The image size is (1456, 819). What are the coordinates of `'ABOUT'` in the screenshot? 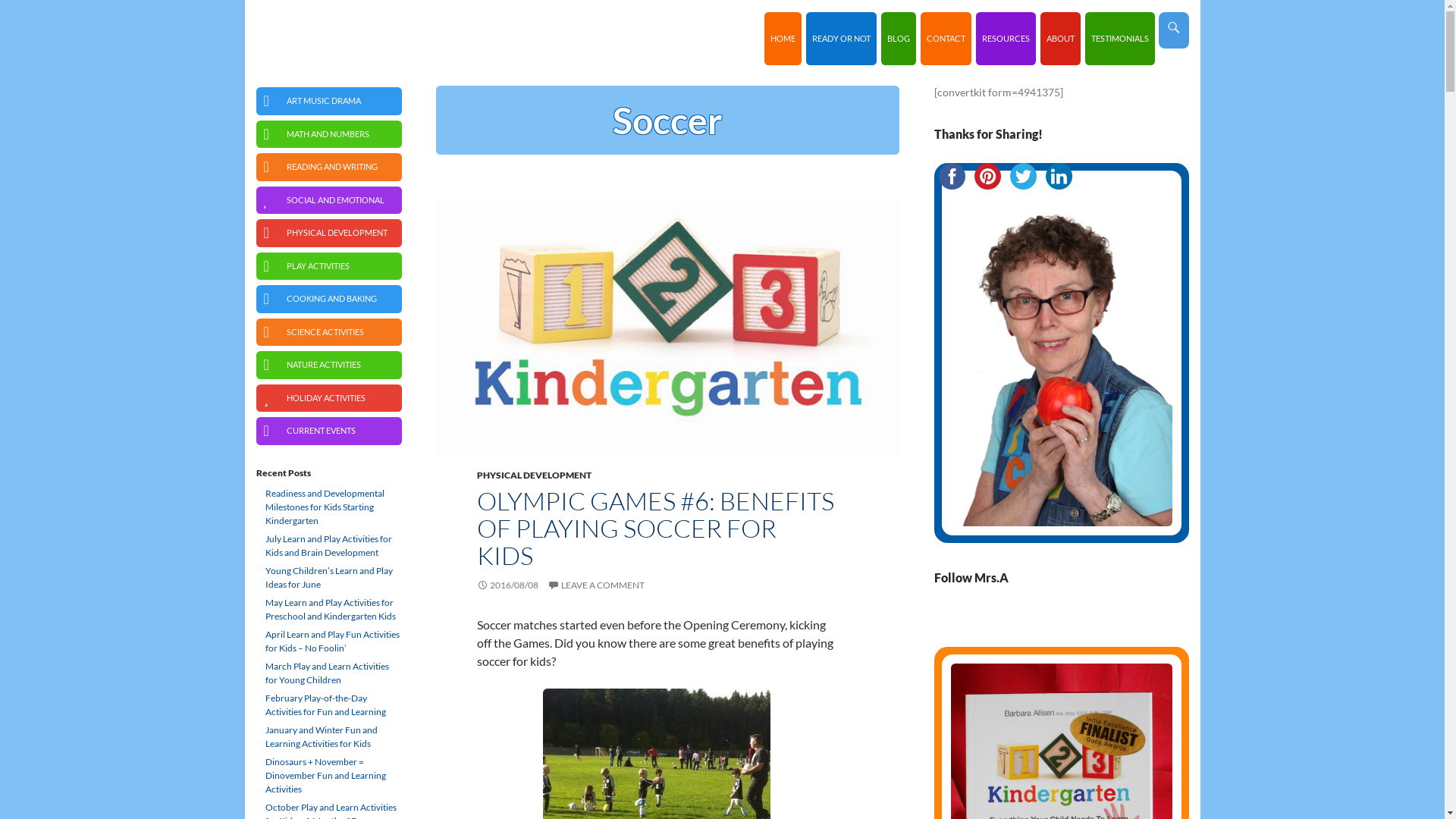 It's located at (1059, 37).